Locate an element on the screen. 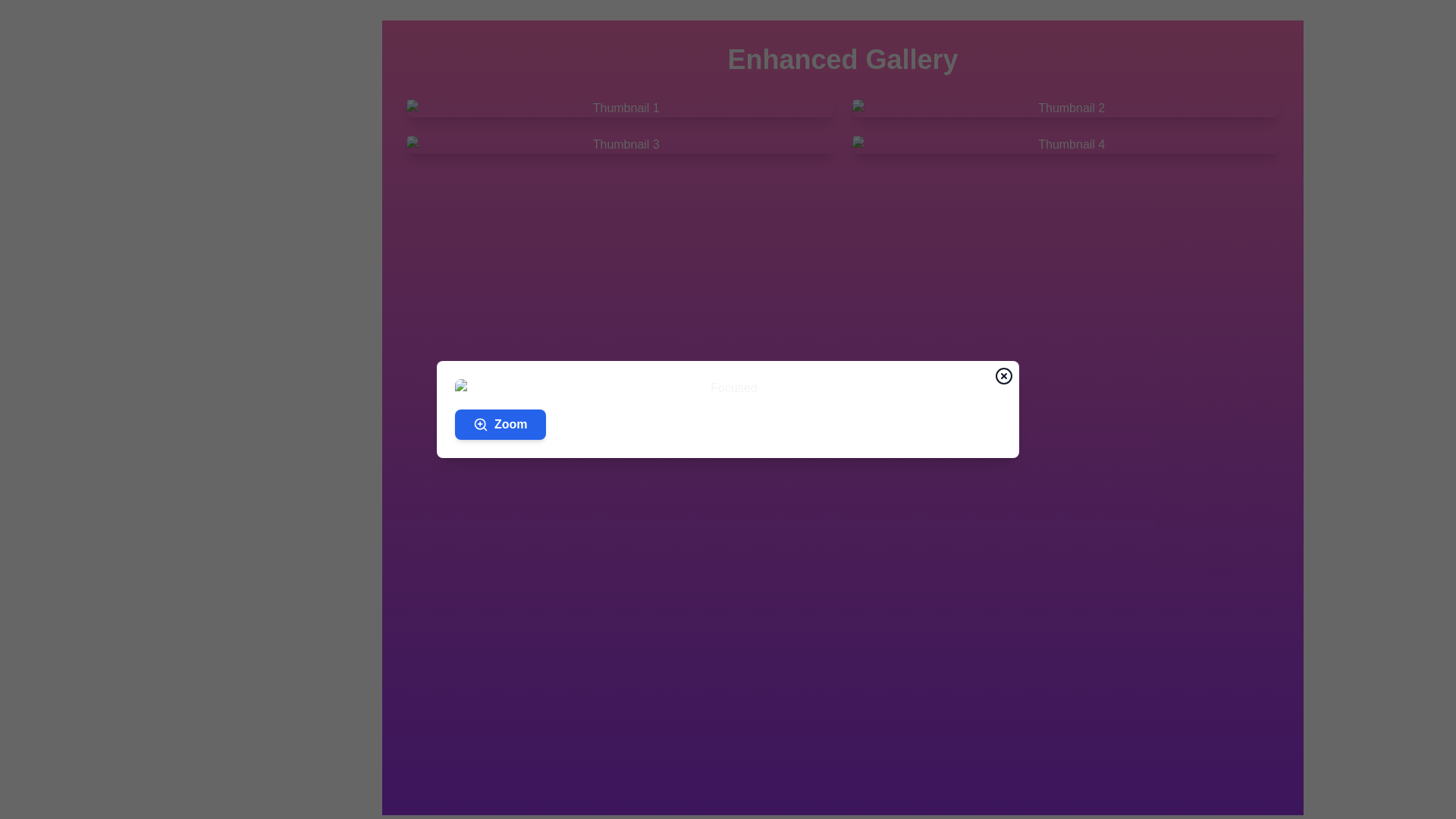  the Close Button located at the top-right corner of the dialog box to change its color is located at coordinates (1004, 375).